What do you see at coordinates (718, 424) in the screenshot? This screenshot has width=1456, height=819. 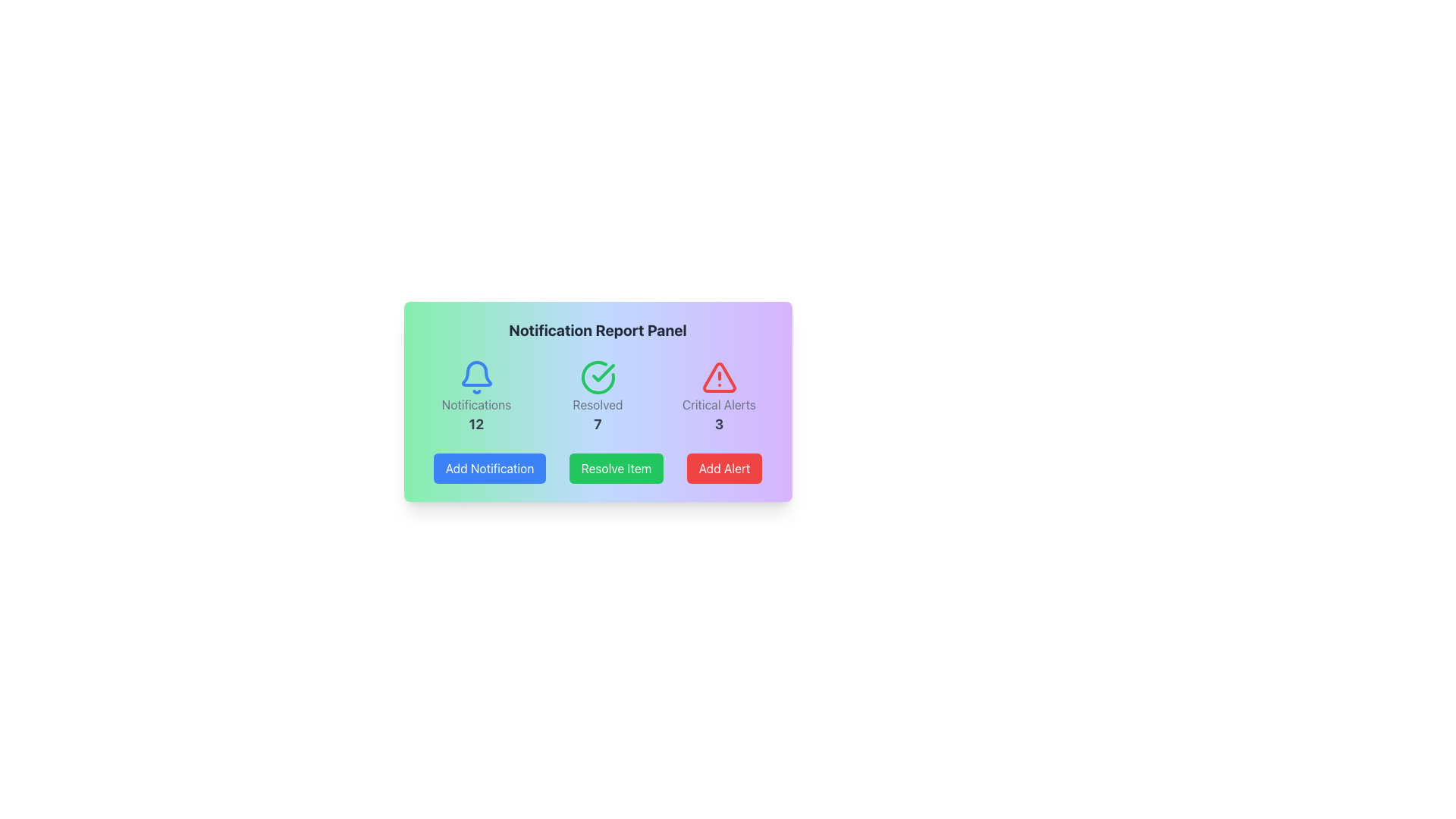 I see `the numerical text '3' displayed in a bold and large font, positioned below the 'Critical Alerts' label and above the 'Add Alert' button` at bounding box center [718, 424].